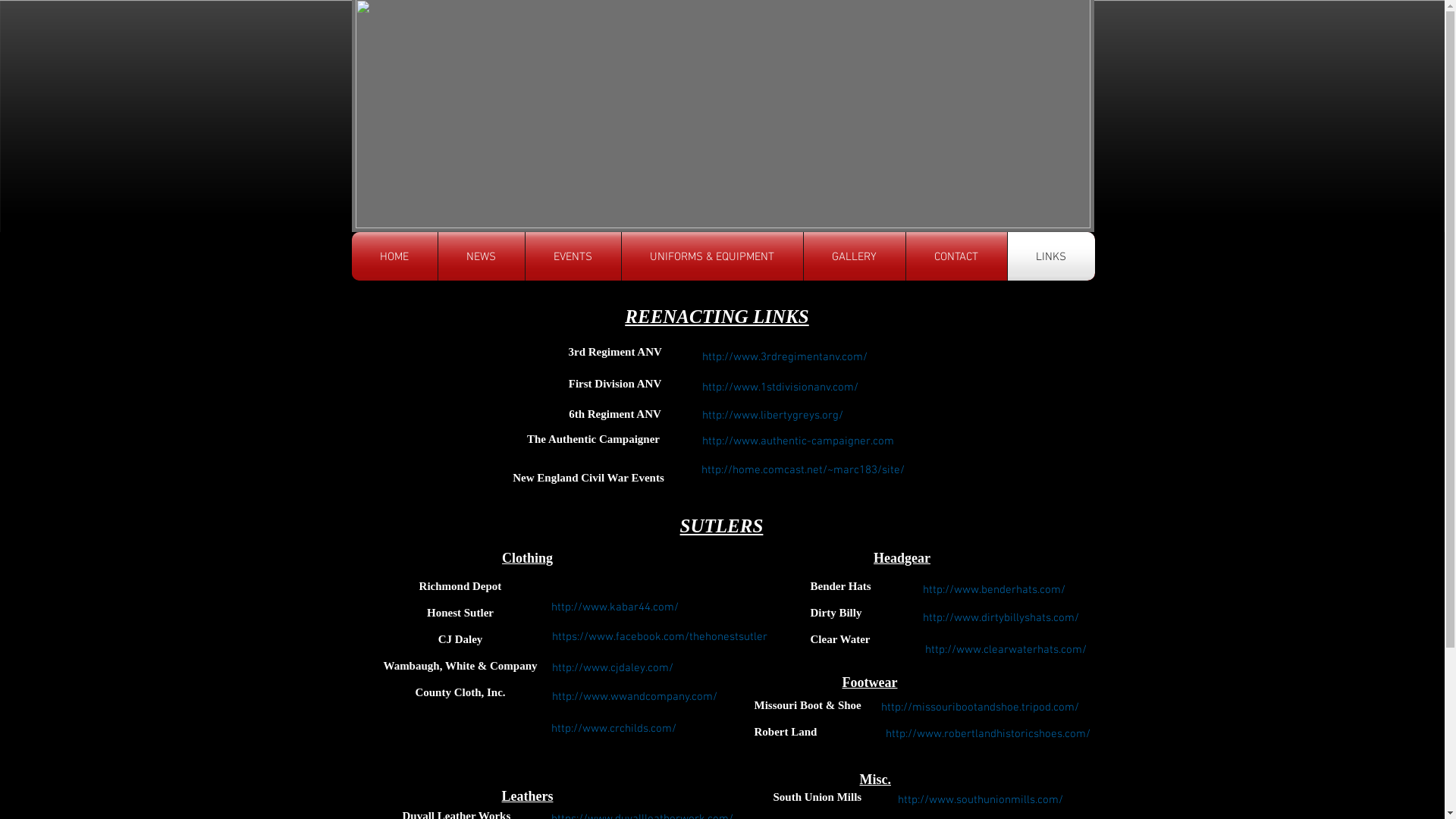  What do you see at coordinates (993, 587) in the screenshot?
I see `'http://www.benderhats.com/'` at bounding box center [993, 587].